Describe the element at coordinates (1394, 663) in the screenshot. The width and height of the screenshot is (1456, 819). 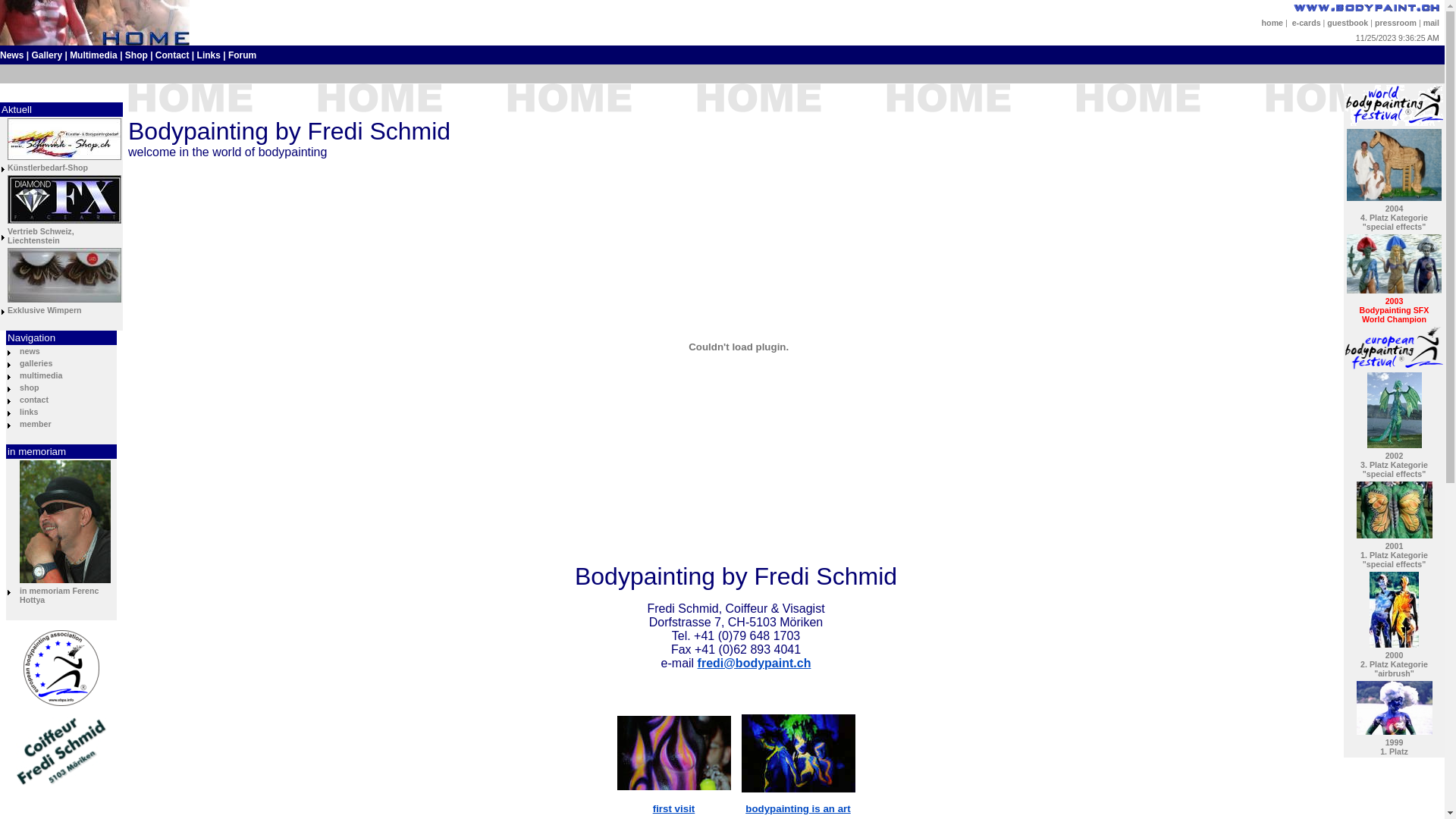
I see `'2000` at that location.